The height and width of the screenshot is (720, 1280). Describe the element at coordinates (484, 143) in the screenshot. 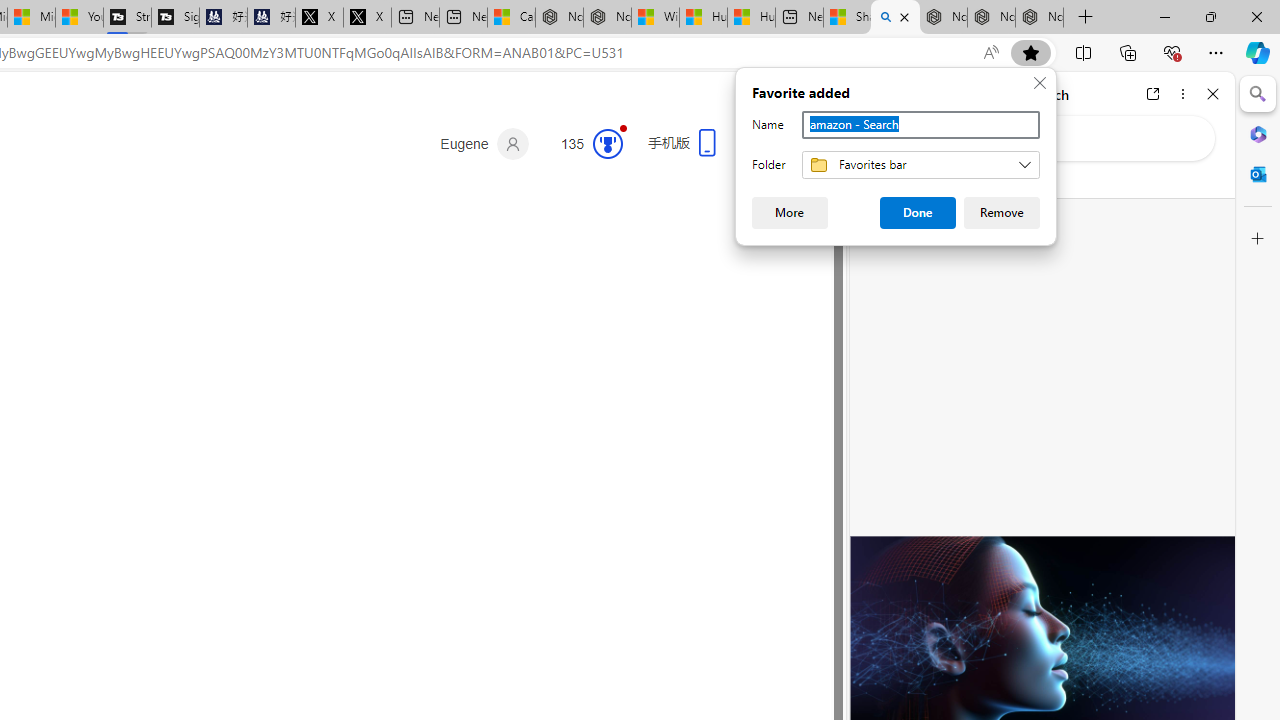

I see `'Eugene'` at that location.